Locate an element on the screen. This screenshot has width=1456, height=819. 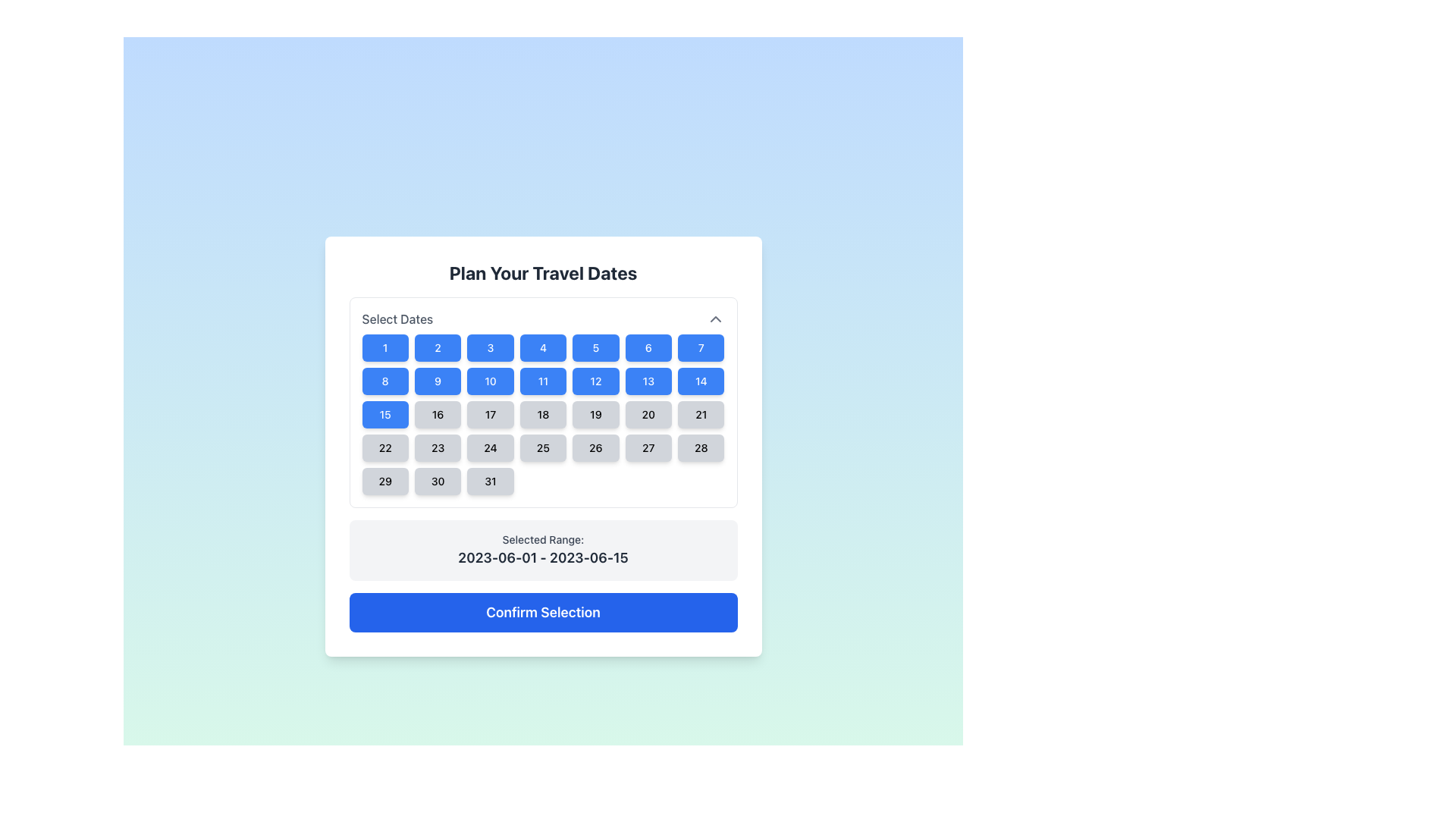
the date selection button located in the first row of the calendar grid, specifically the third button from the left, by is located at coordinates (491, 348).